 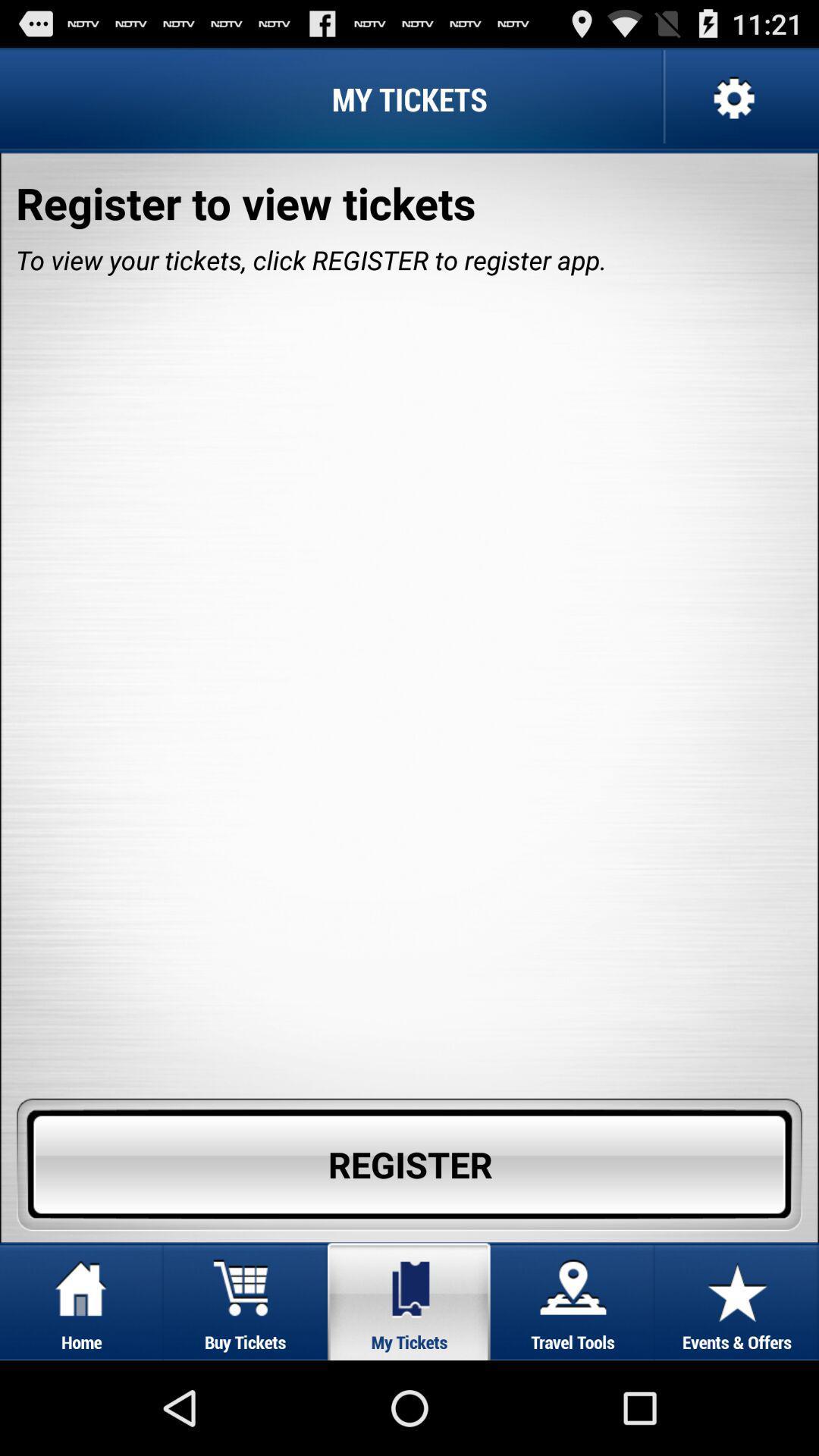 What do you see at coordinates (731, 98) in the screenshot?
I see `the item to the right of the my tickets` at bounding box center [731, 98].